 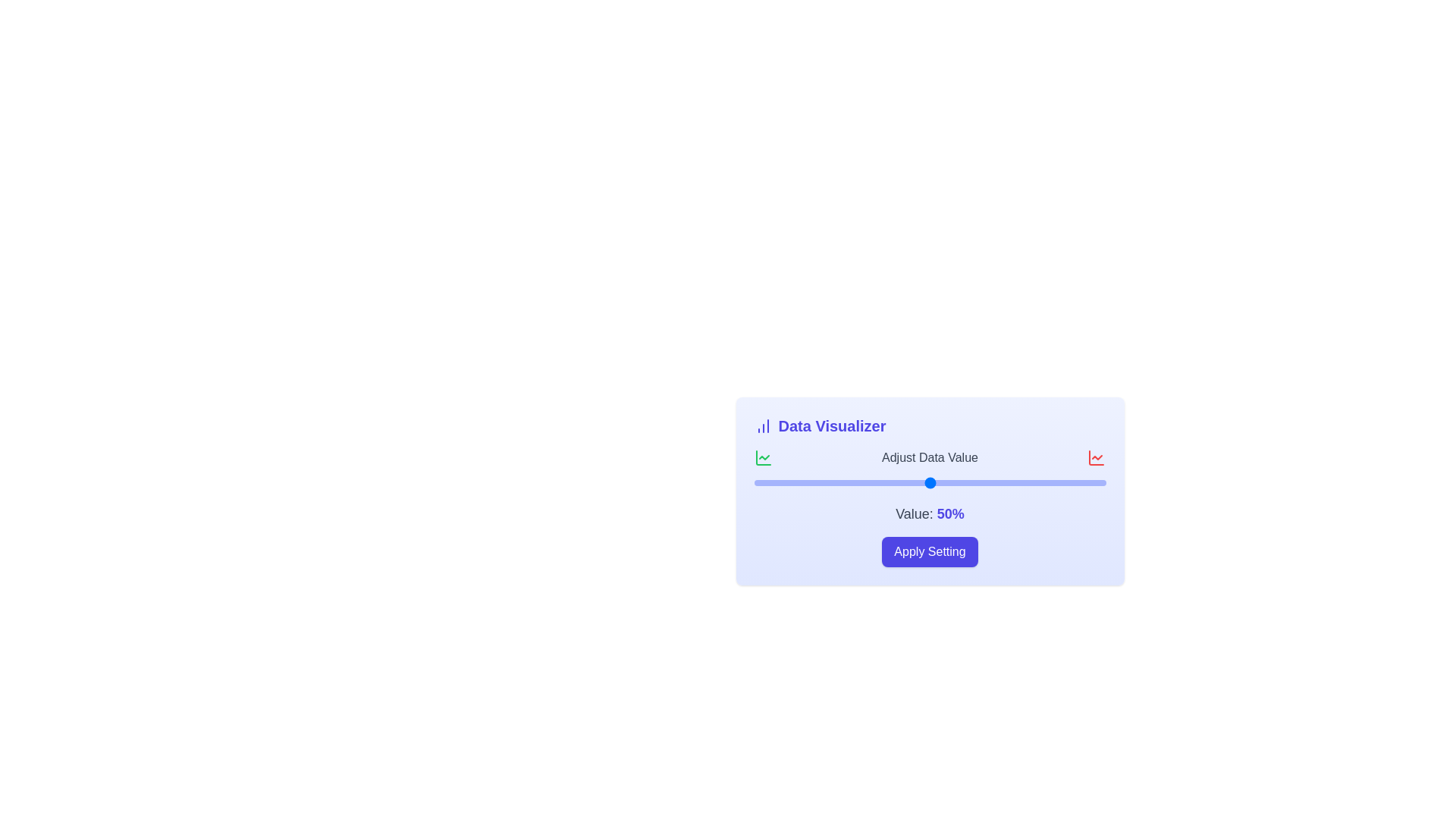 I want to click on the slider value, so click(x=953, y=482).